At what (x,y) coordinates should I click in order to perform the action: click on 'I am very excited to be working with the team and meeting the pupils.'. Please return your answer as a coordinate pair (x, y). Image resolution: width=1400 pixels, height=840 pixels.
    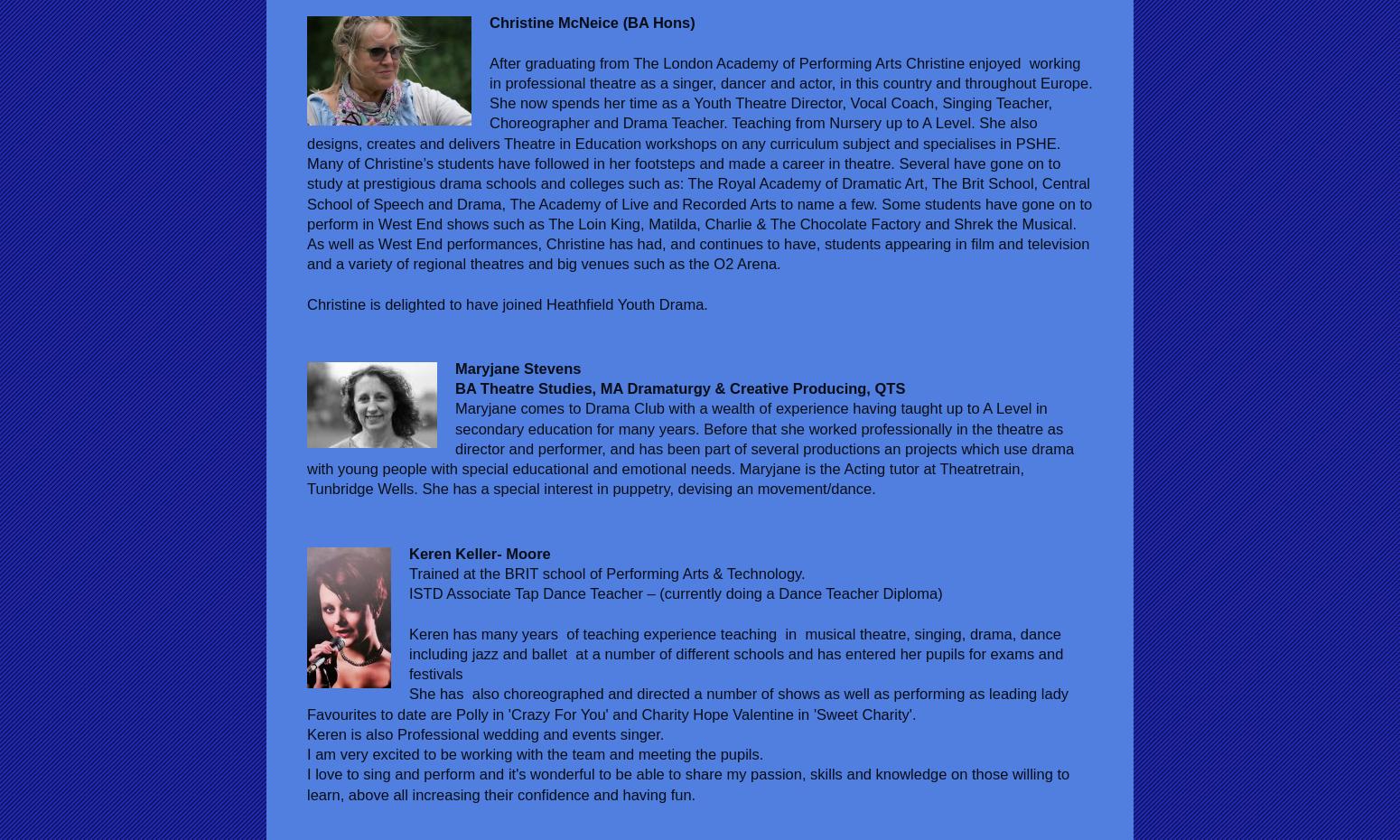
    Looking at the image, I should click on (537, 752).